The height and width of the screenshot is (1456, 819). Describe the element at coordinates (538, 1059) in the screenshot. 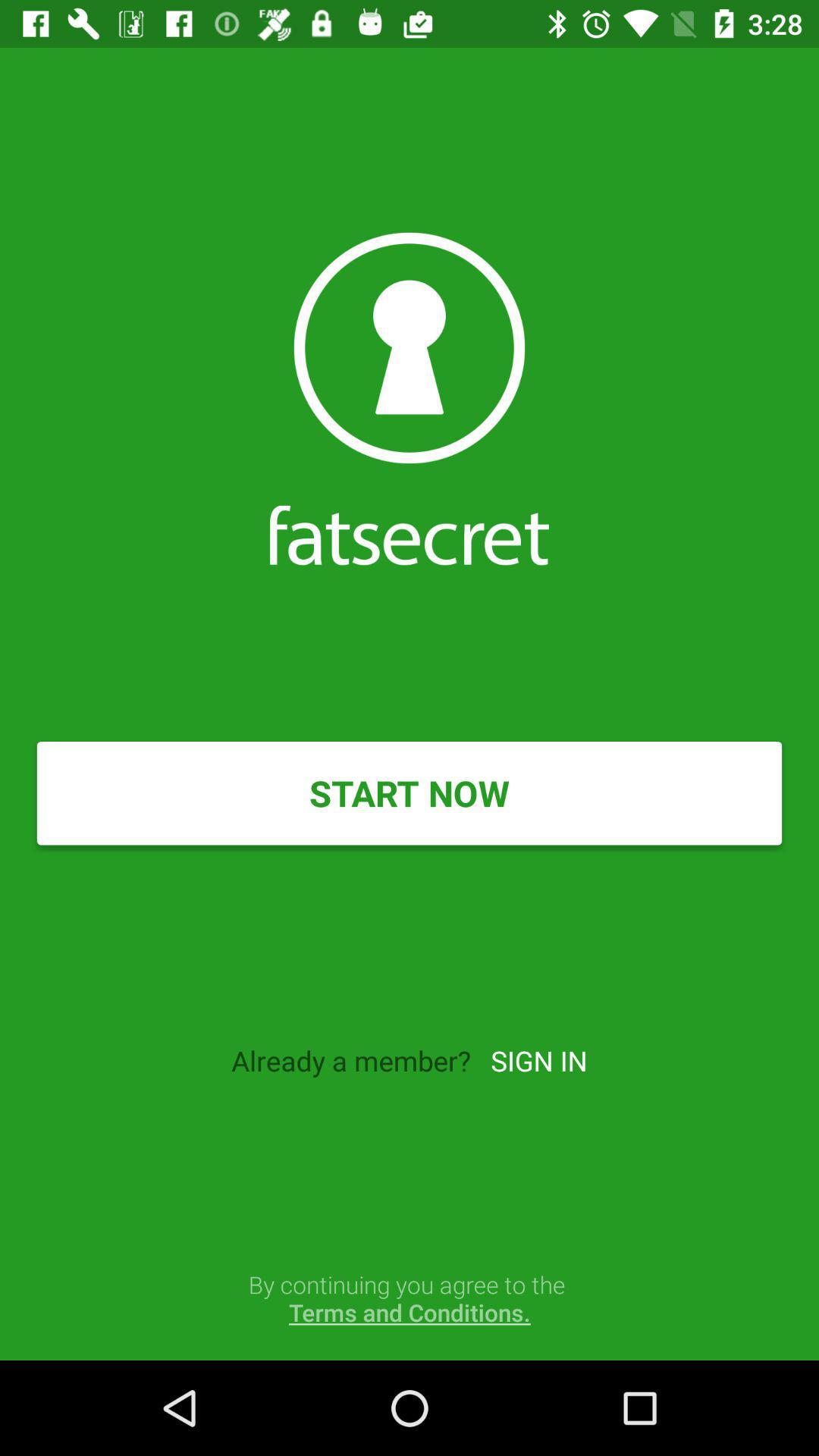

I see `the sign in icon` at that location.